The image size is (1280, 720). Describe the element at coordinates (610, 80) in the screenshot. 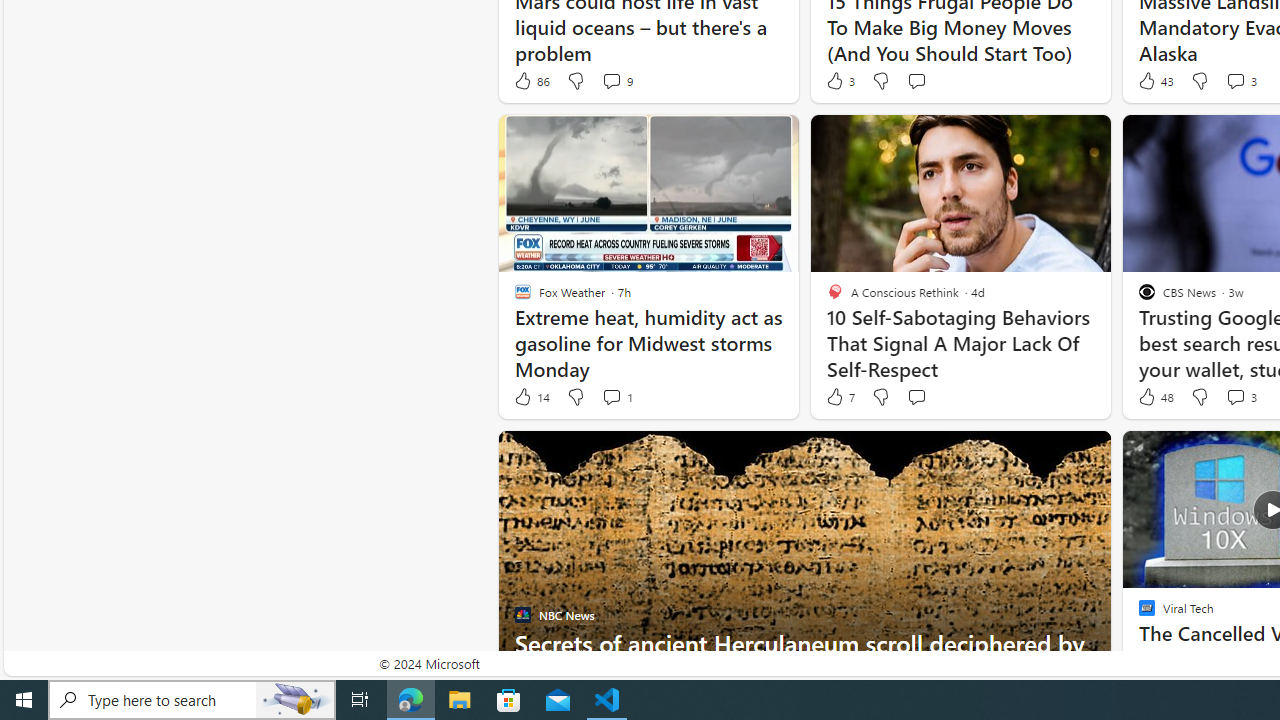

I see `'View comments 9 Comment'` at that location.